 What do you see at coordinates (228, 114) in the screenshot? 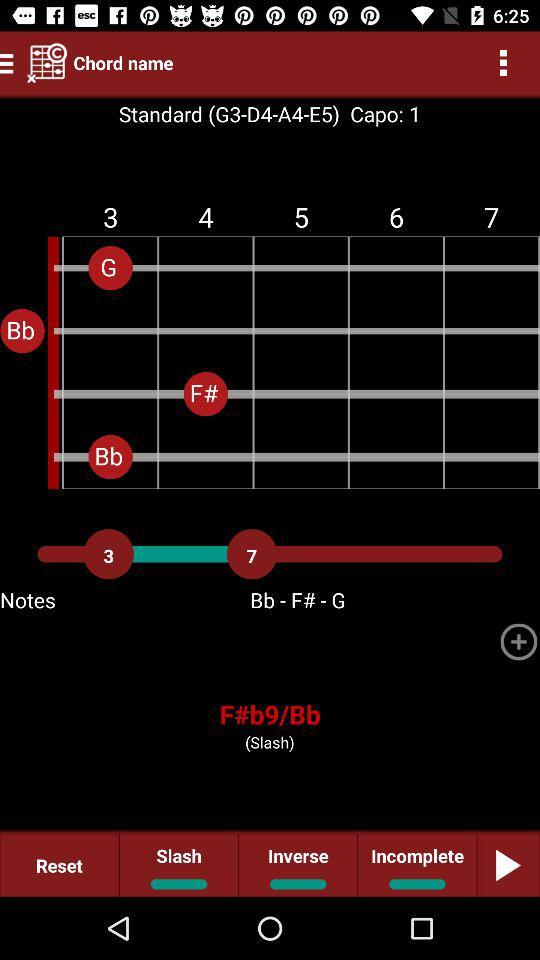
I see `the item next to   capo: 1 item` at bounding box center [228, 114].